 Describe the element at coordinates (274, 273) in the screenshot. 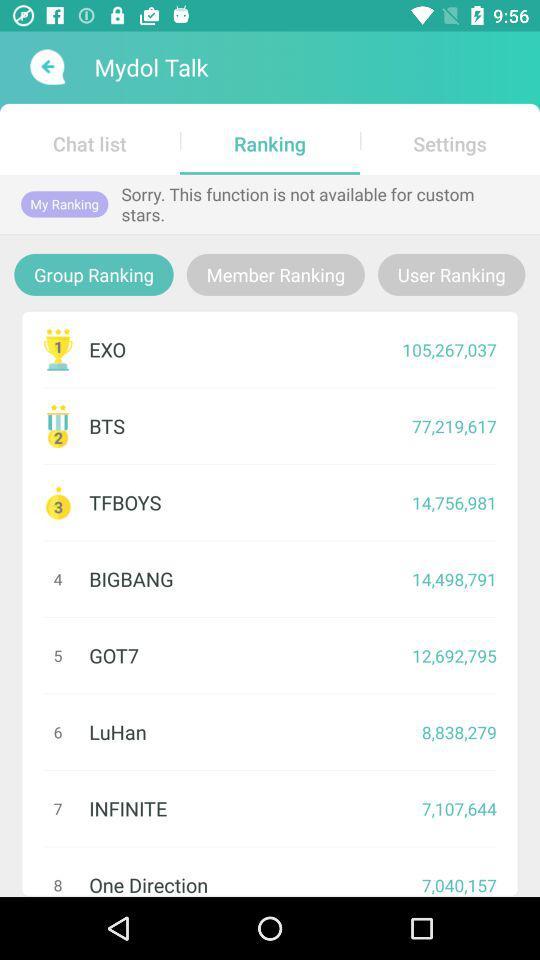

I see `the icon next to the user ranking icon` at that location.